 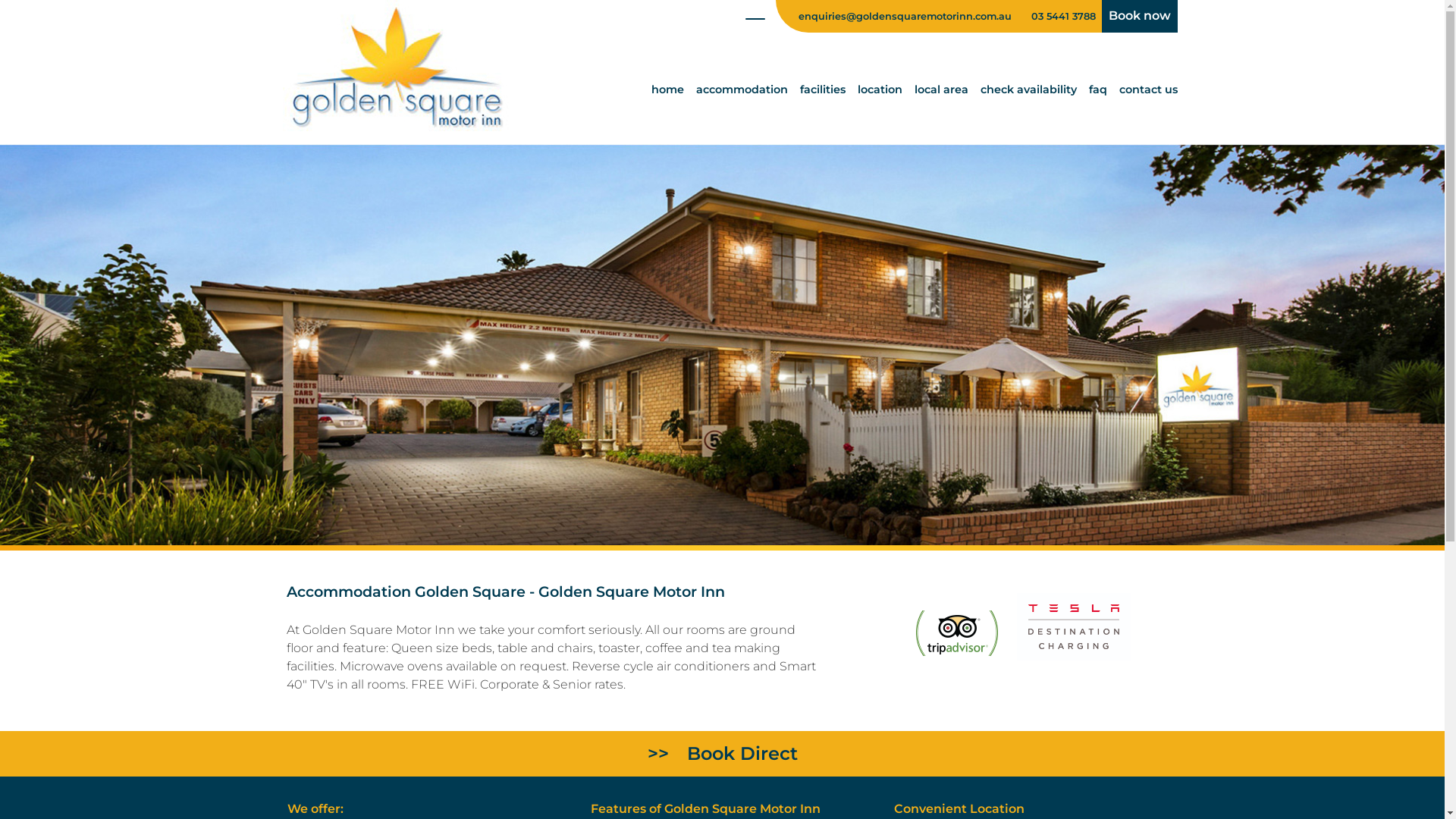 What do you see at coordinates (1139, 16) in the screenshot?
I see `'Book now'` at bounding box center [1139, 16].